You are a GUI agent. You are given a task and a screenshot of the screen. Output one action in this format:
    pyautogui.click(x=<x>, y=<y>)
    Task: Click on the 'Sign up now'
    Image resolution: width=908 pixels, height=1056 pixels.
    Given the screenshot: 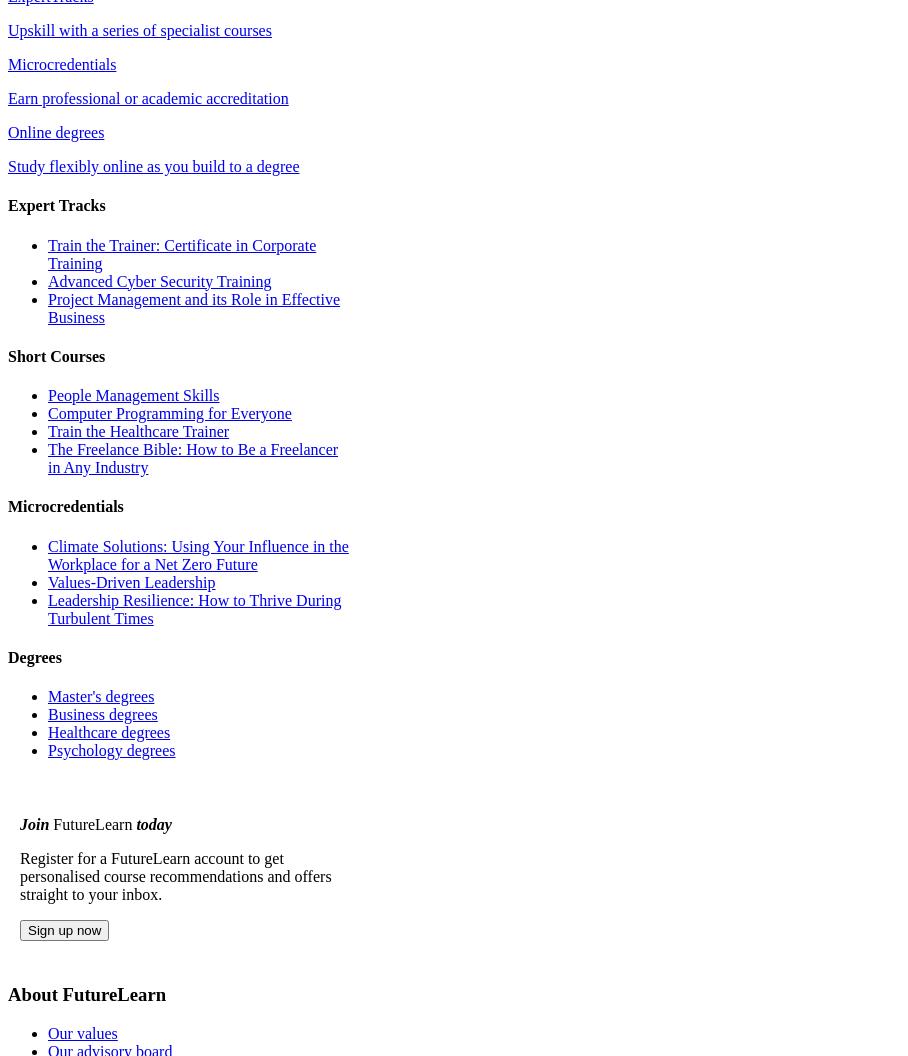 What is the action you would take?
    pyautogui.click(x=64, y=930)
    